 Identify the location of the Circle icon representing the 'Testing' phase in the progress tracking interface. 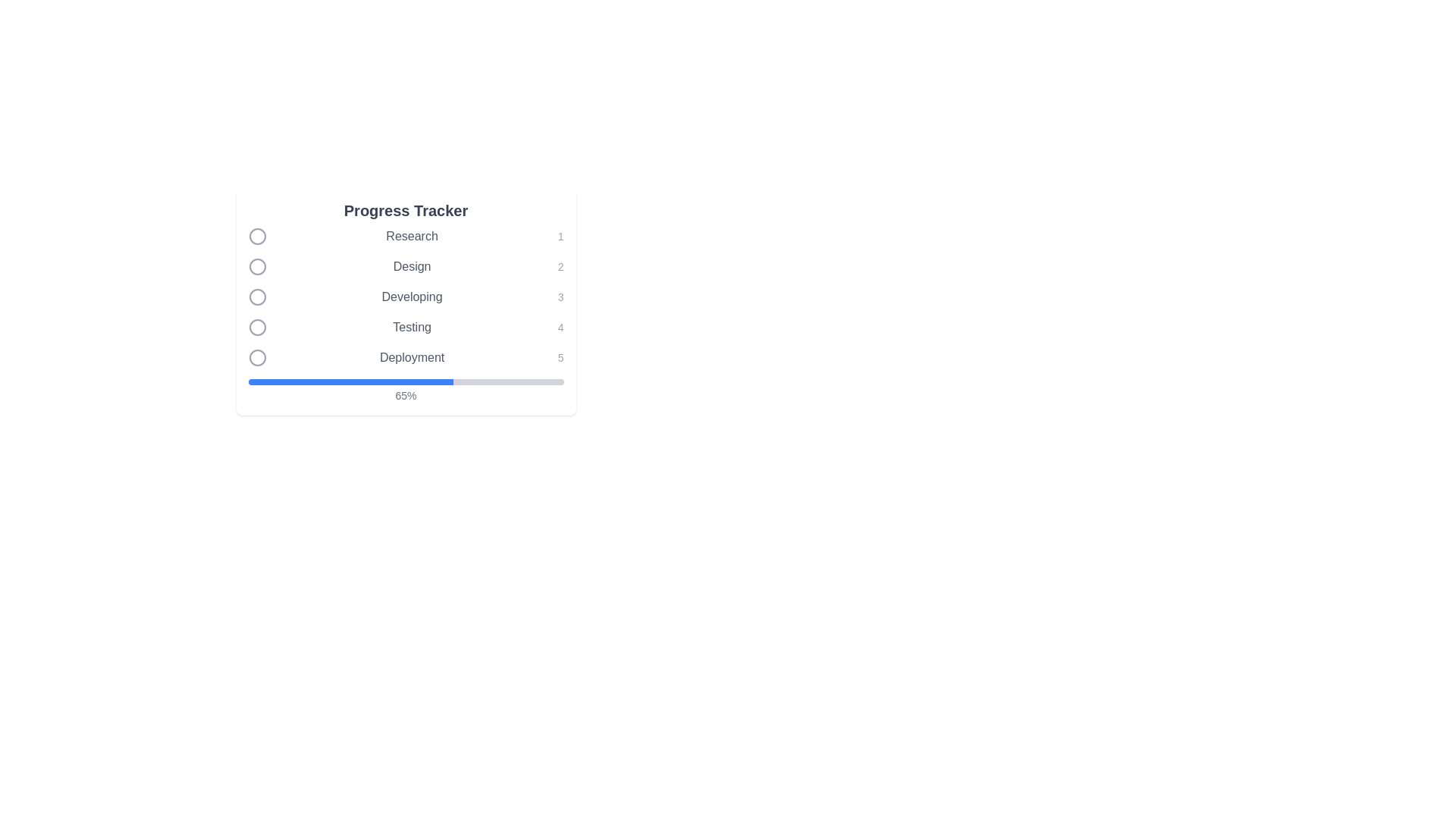
(257, 327).